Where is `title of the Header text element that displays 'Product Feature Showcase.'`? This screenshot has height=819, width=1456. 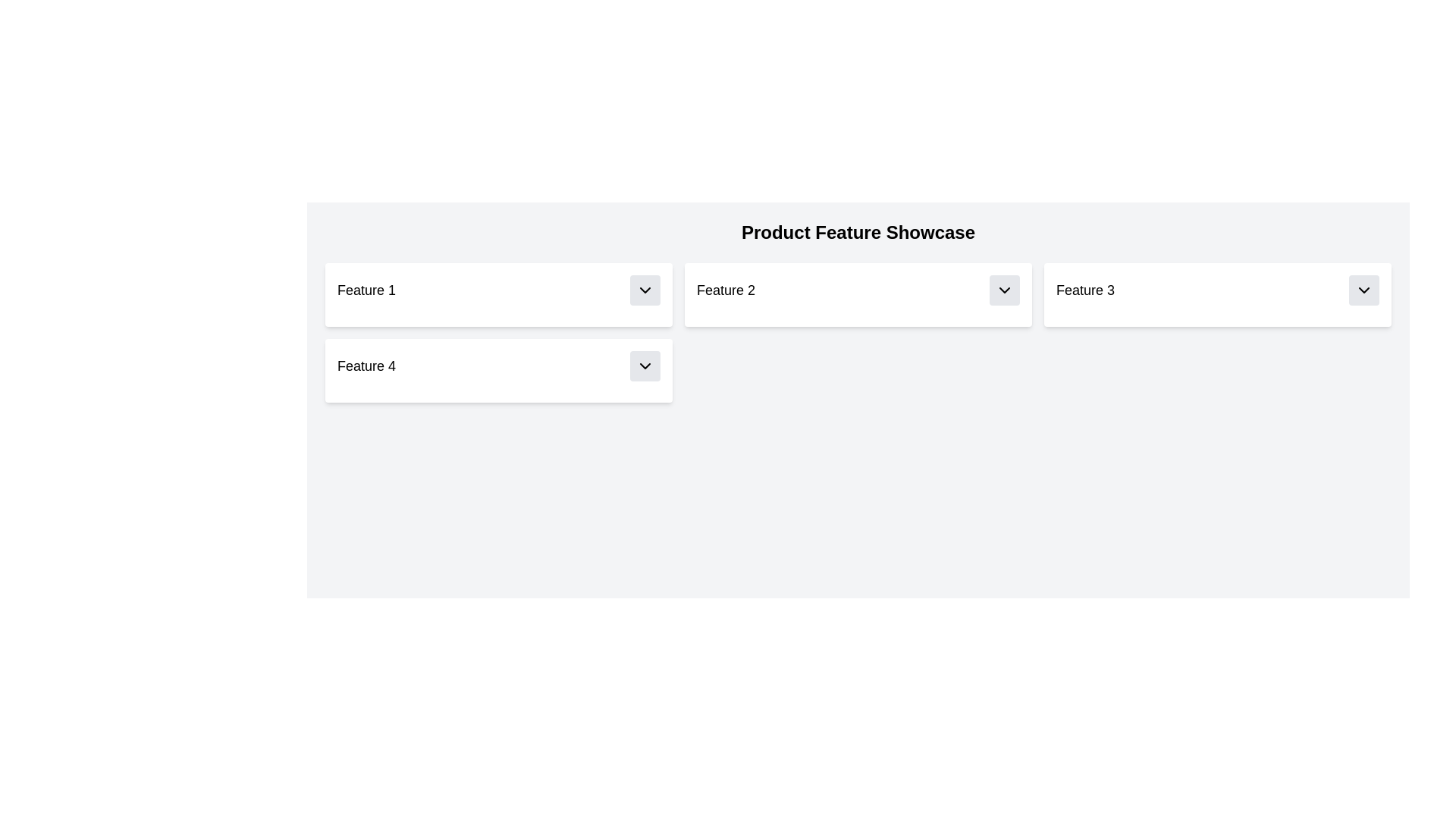
title of the Header text element that displays 'Product Feature Showcase.' is located at coordinates (858, 233).